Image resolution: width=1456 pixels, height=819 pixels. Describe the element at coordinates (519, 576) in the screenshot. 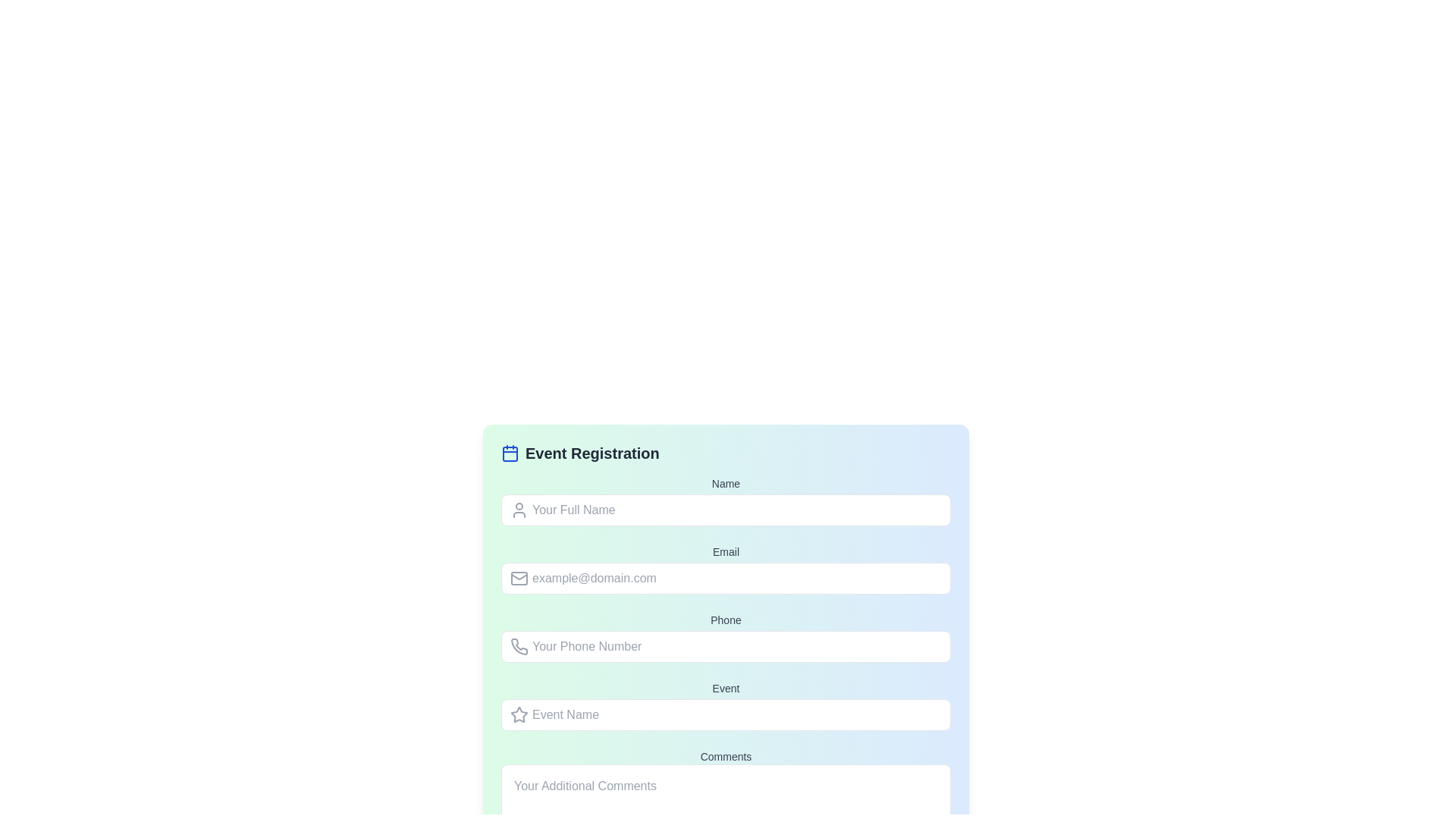

I see `the small triangular graphical element that resembles a fold of the envelope, part of the email-related SVG icon located to the left of the 'example@domain.com' input field` at that location.